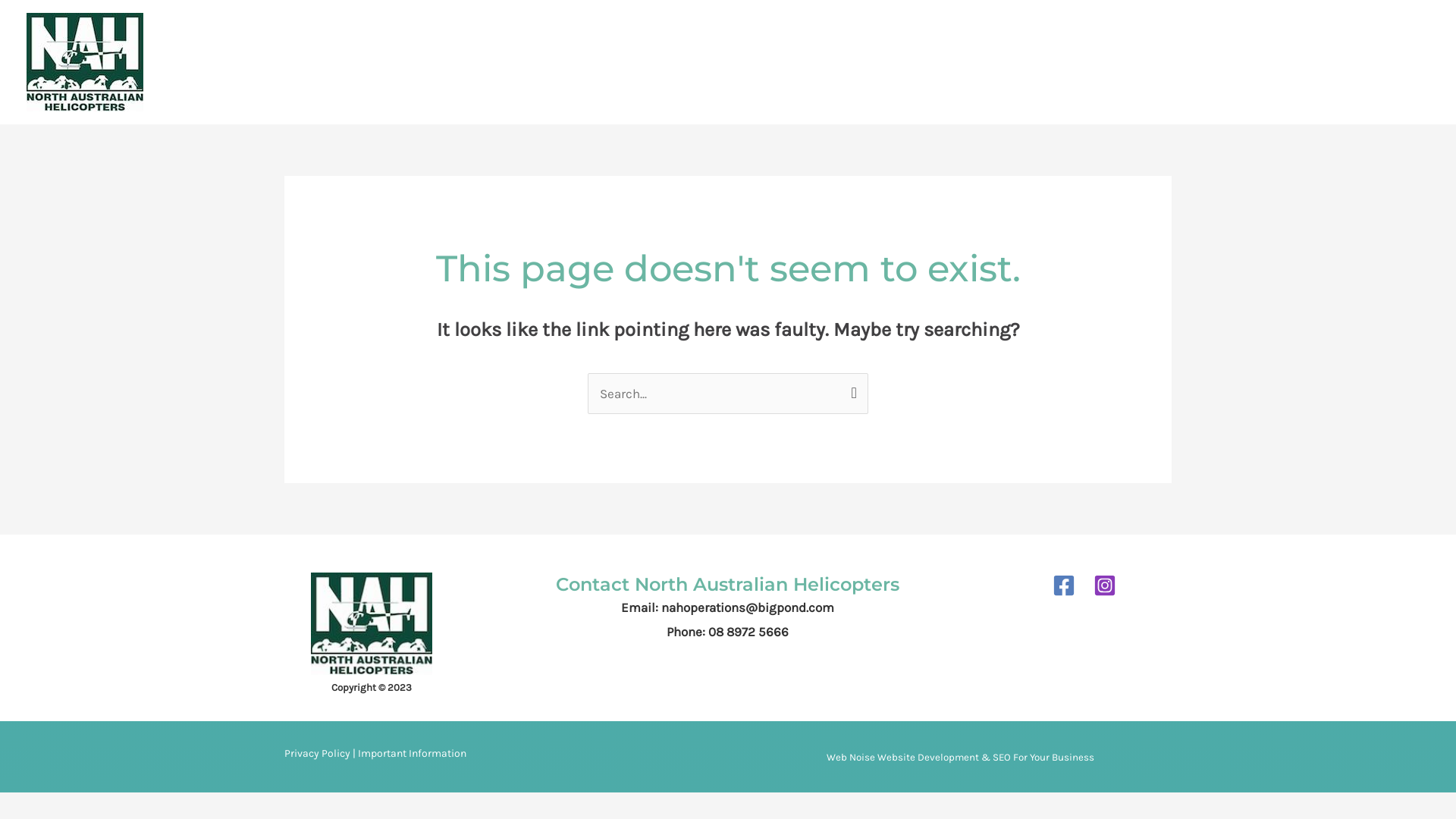 The height and width of the screenshot is (819, 1456). Describe the element at coordinates (747, 607) in the screenshot. I see `'nahoperations@bigpond.com'` at that location.